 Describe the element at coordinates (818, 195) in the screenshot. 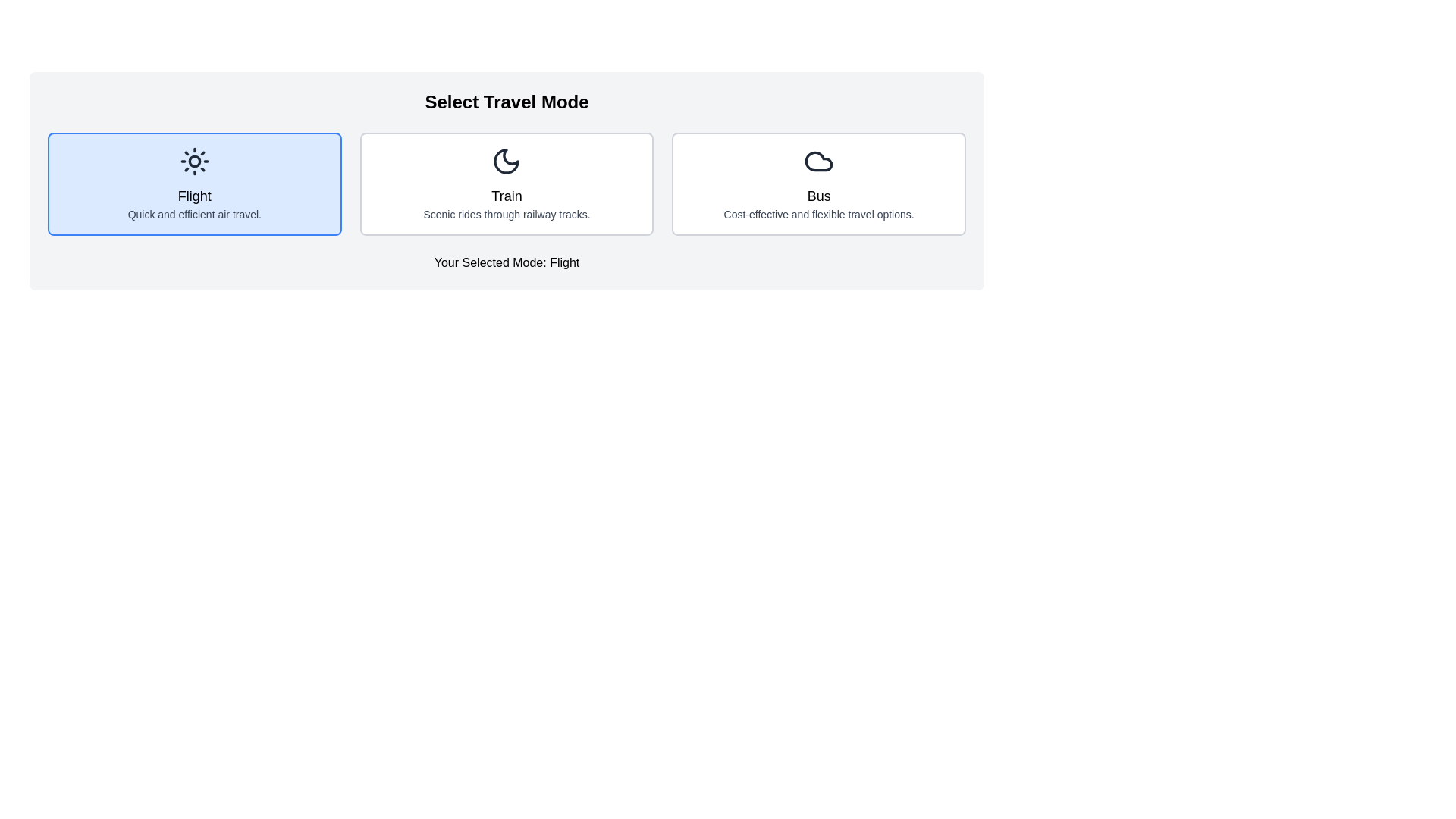

I see `the 'Bus' text label, which is styled in a large, bold font and located in the rightmost card of a horizontal row of three cards` at that location.